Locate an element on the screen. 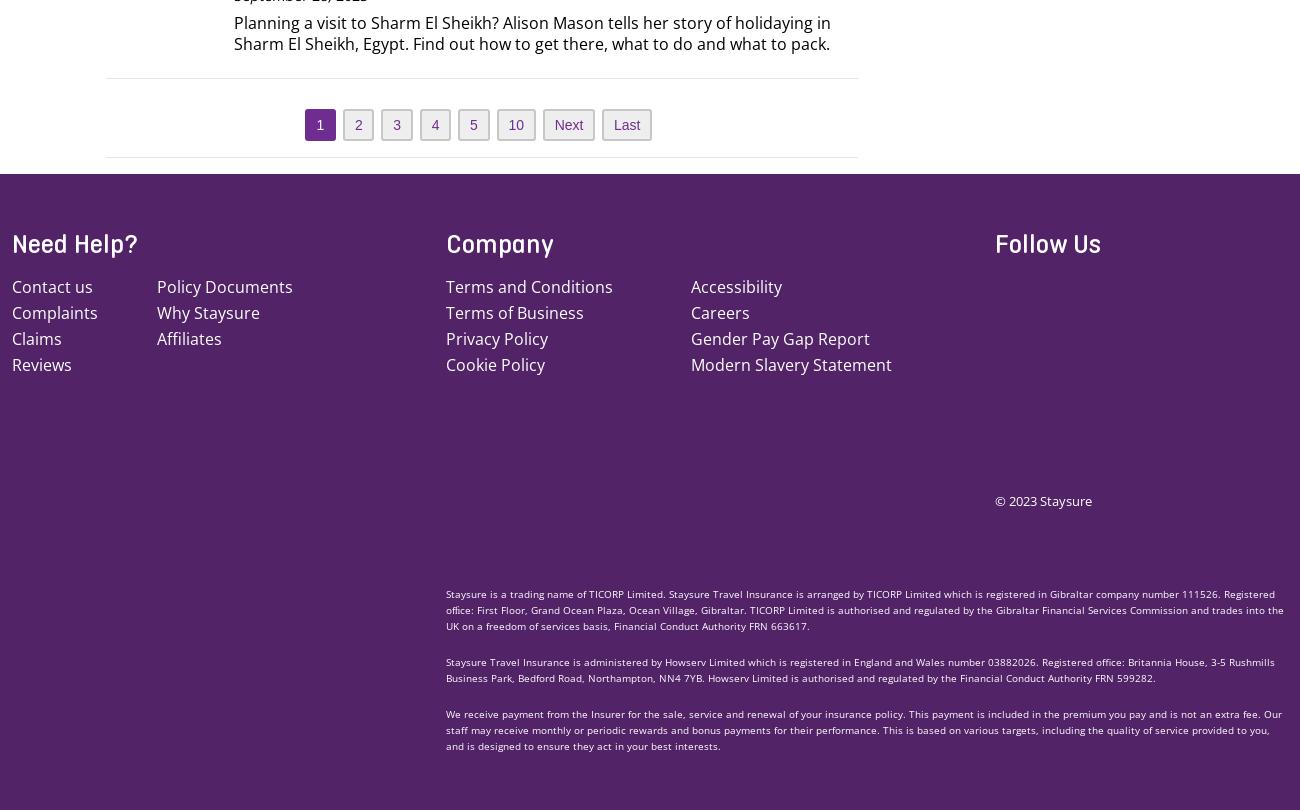 This screenshot has width=1300, height=810. 'Careers' is located at coordinates (720, 311).